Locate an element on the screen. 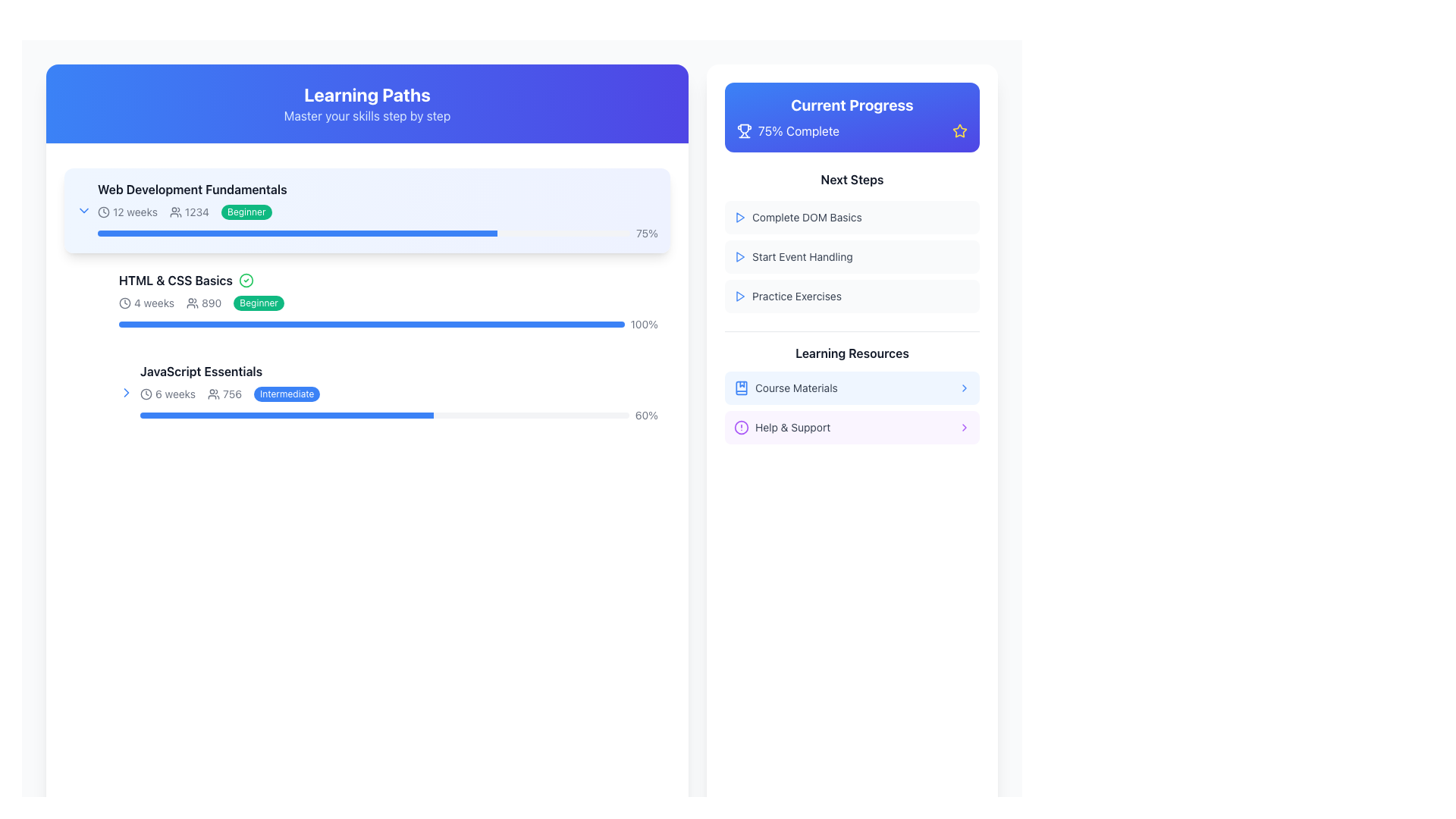 The image size is (1456, 819). the 'Course Materials' button located in the 'Learning Resources' section is located at coordinates (852, 406).